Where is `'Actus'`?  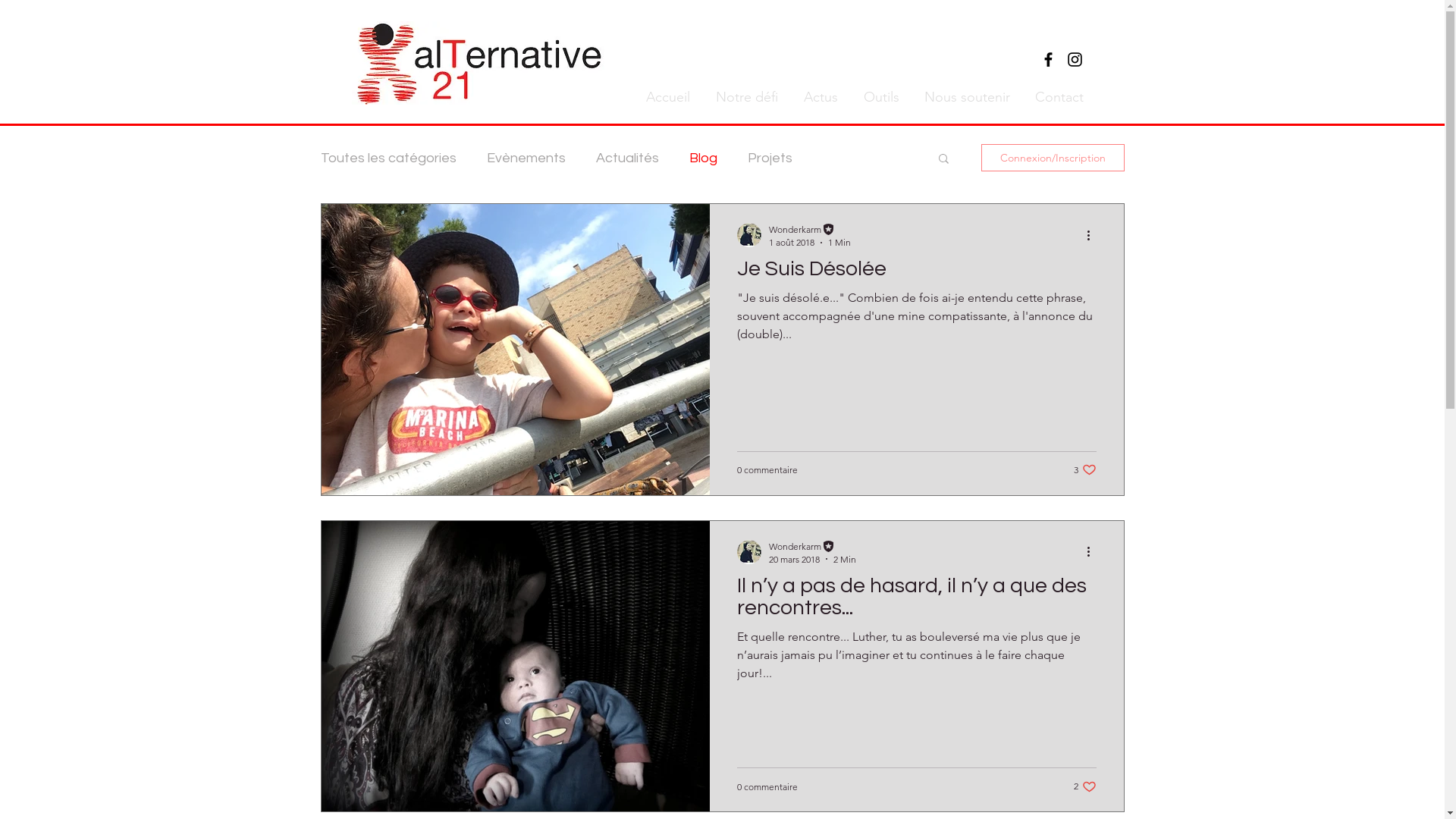 'Actus' is located at coordinates (789, 96).